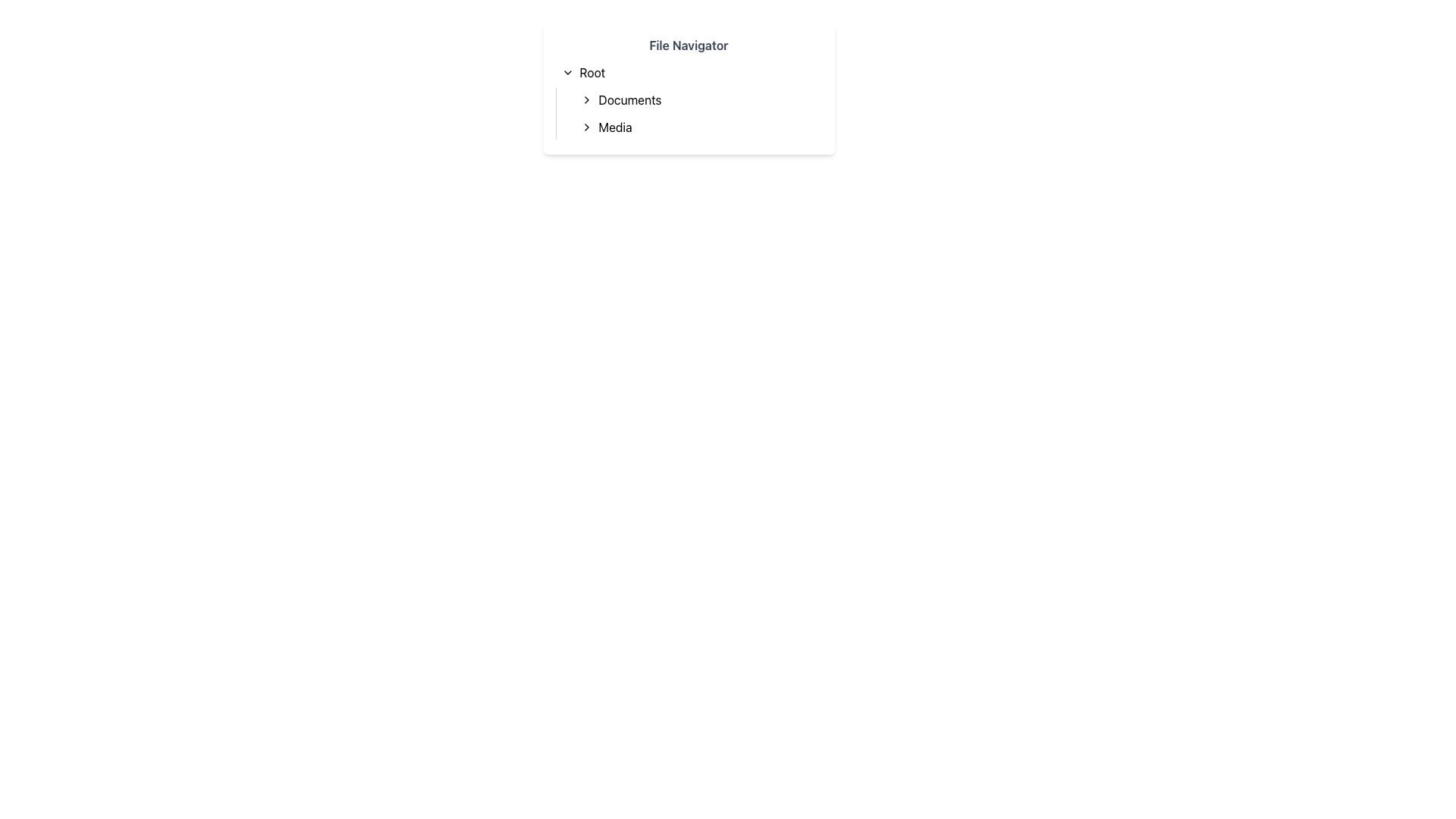 The height and width of the screenshot is (819, 1456). Describe the element at coordinates (585, 99) in the screenshot. I see `the small right-chevron icon positioned to the left of the 'Documents' label` at that location.